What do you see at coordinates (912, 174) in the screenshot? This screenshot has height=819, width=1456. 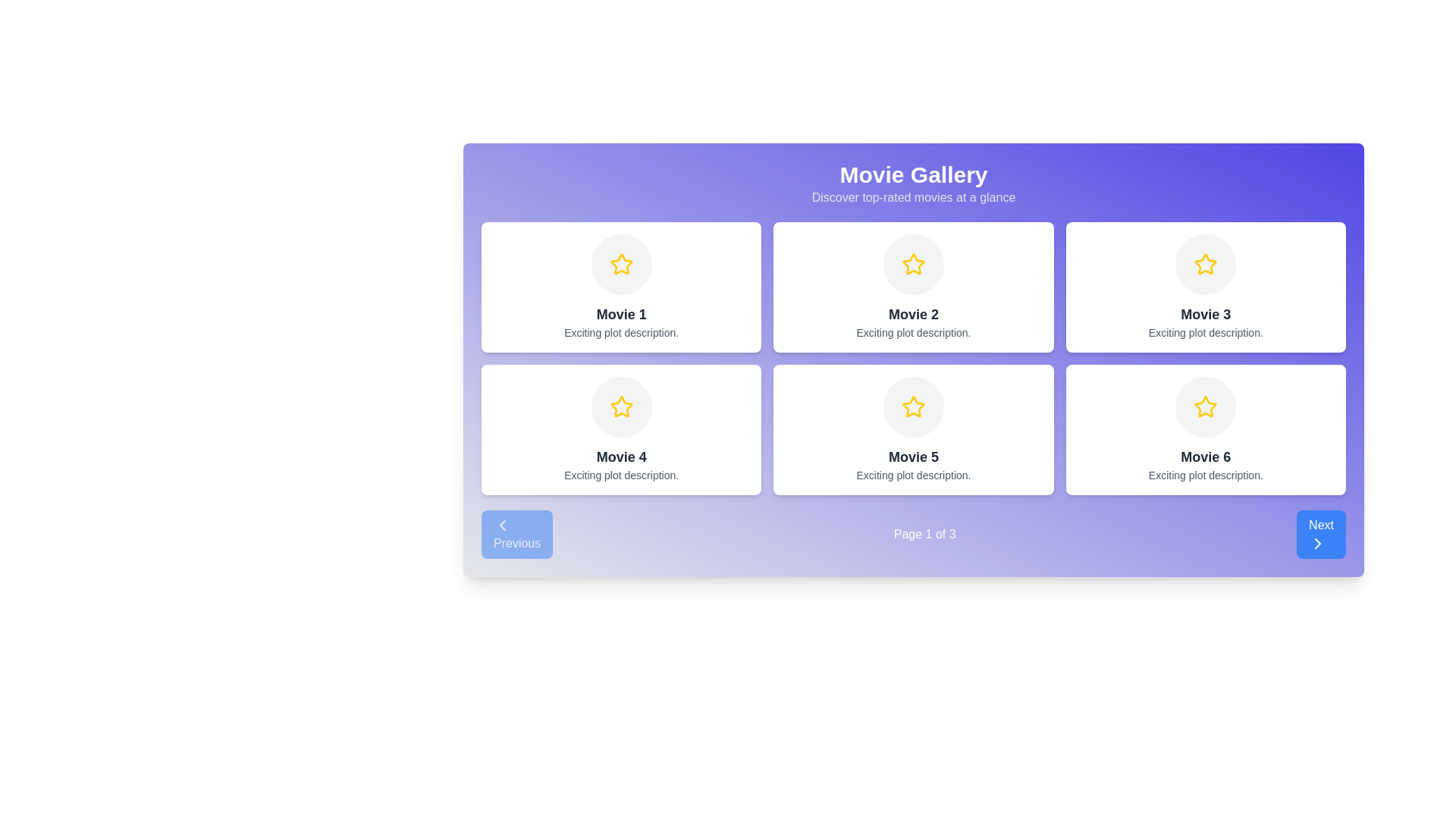 I see `the header text that indicates the current page or section title for the movie gallery, located at the top central area of the interface` at bounding box center [912, 174].